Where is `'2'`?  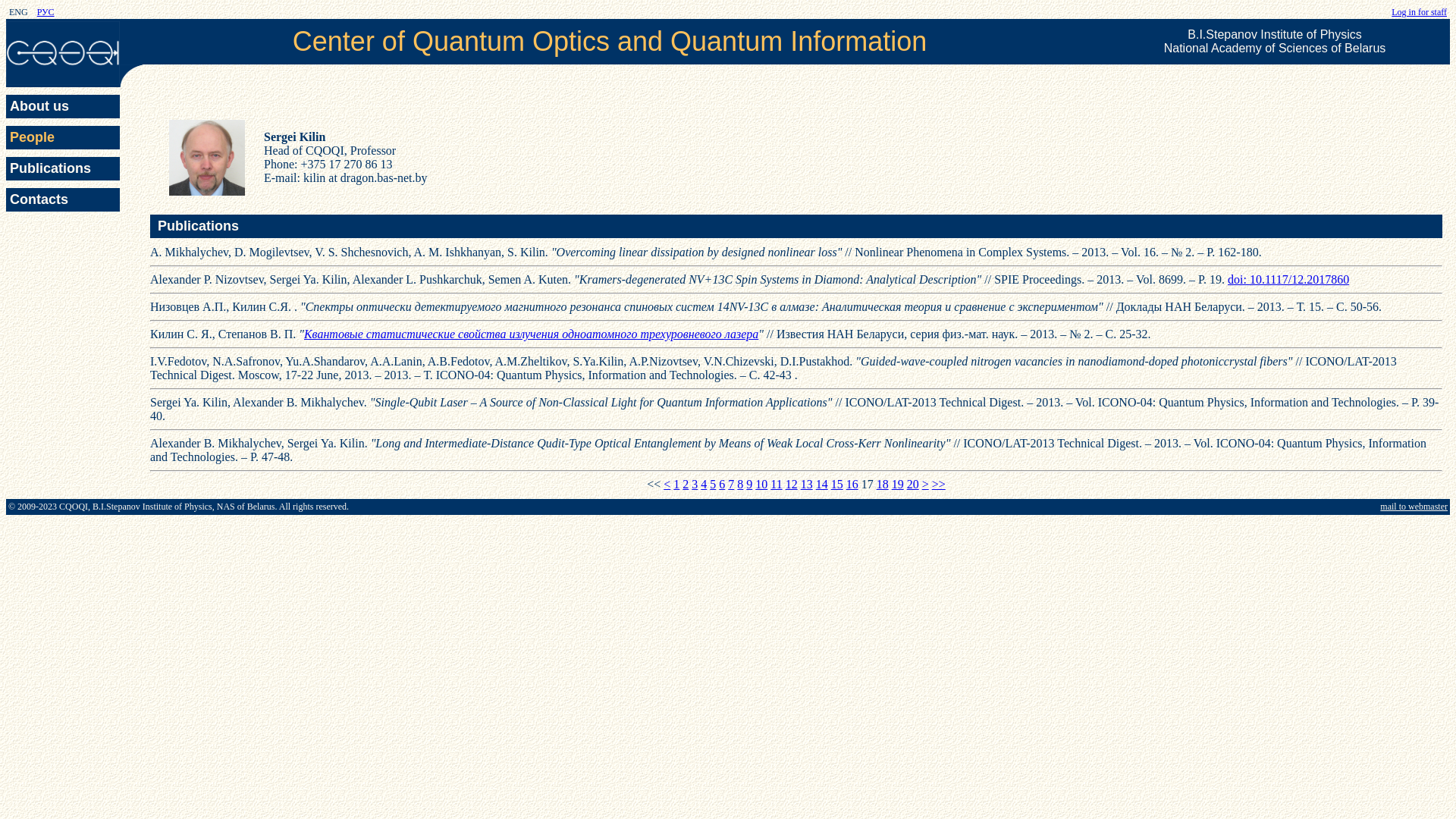 '2' is located at coordinates (684, 484).